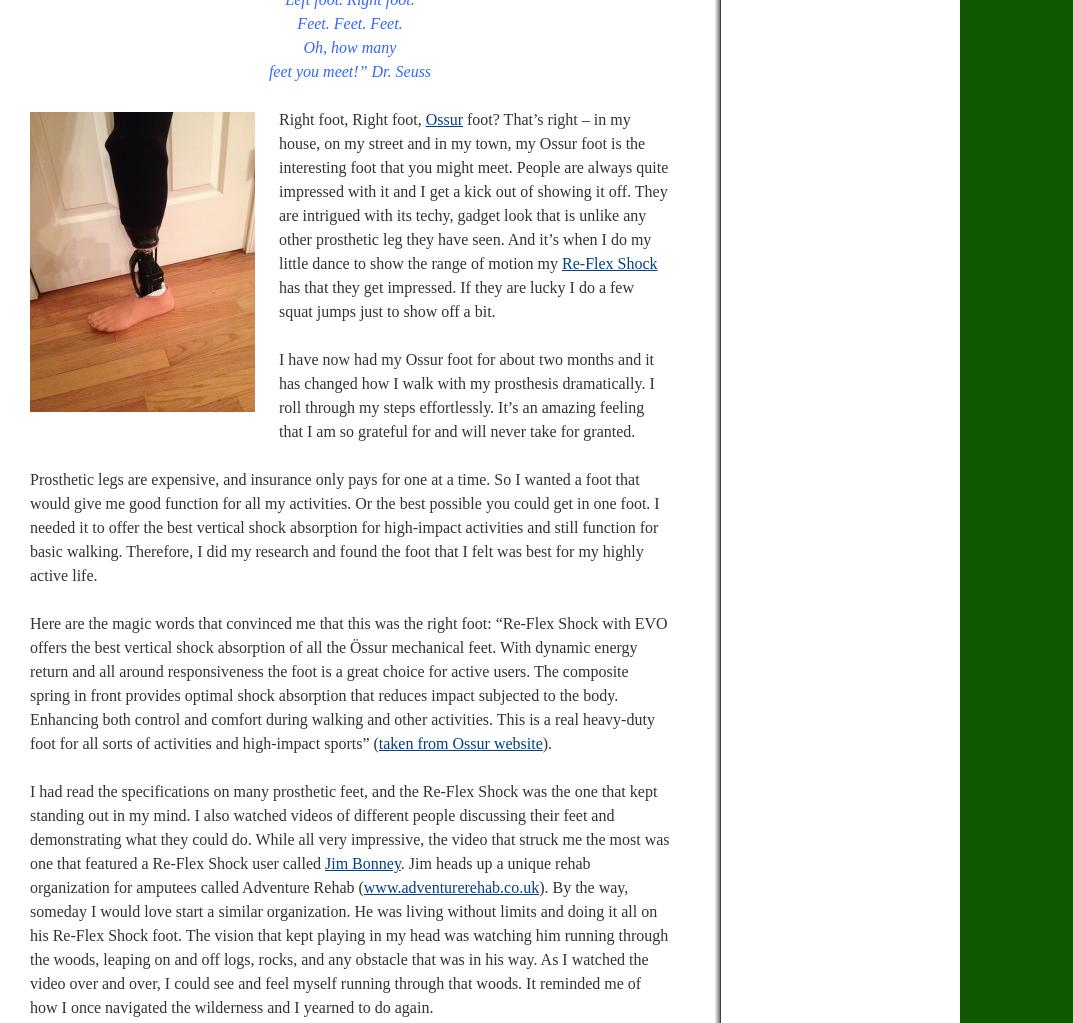 The image size is (1073, 1023). What do you see at coordinates (344, 526) in the screenshot?
I see `'Prosthetic legs are expensive, and insurance only pays for one at a time. So I wanted a foot that would give me good function for all my activities. Or the best possible you could get in one foot. I needed it to offer the best vertical shock absorption for high-impact activities and still function for basic walking. Therefore, I did my research and found the foot that I felt was best for my highly active life.'` at bounding box center [344, 526].